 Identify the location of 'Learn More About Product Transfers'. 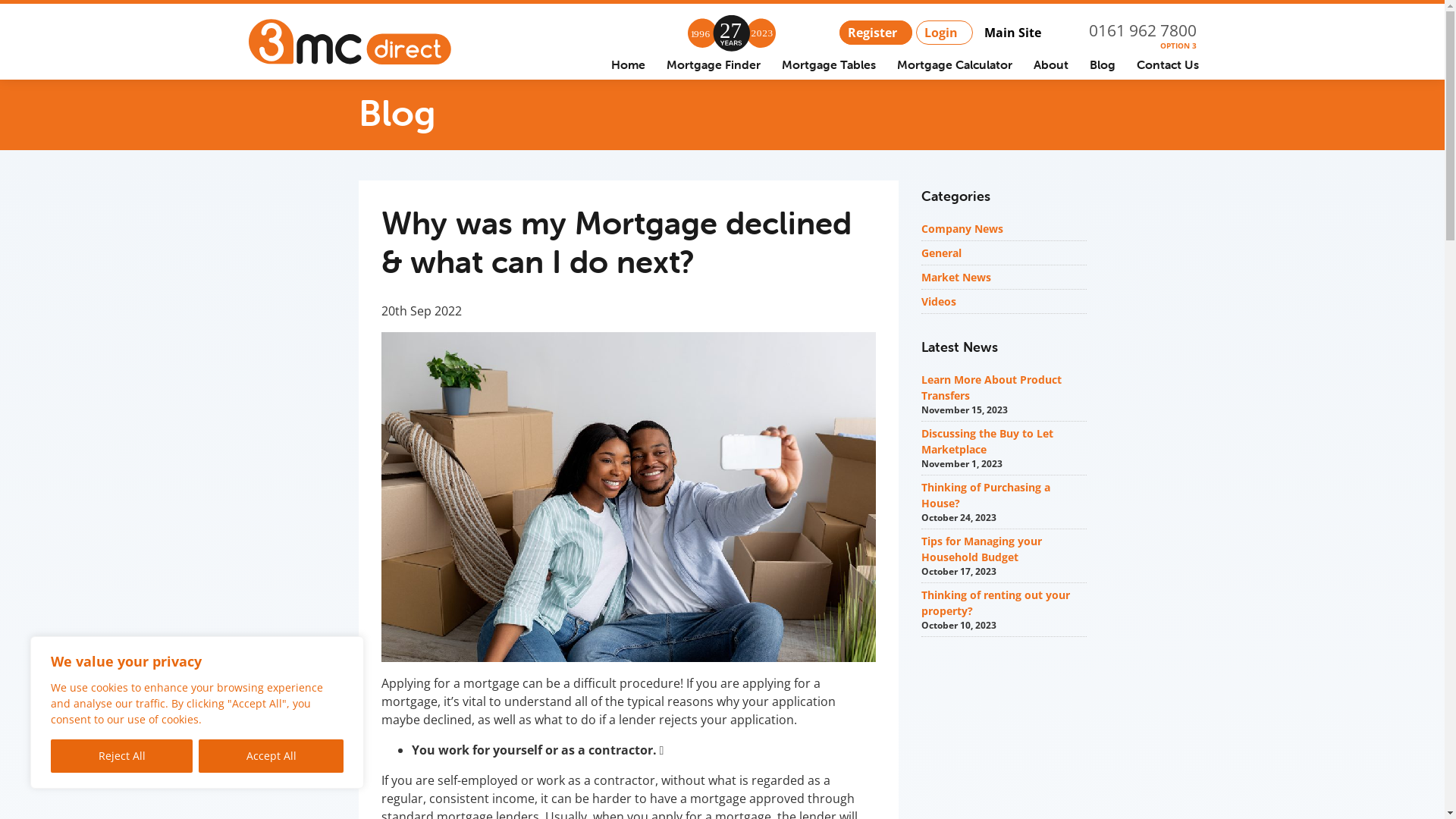
(991, 386).